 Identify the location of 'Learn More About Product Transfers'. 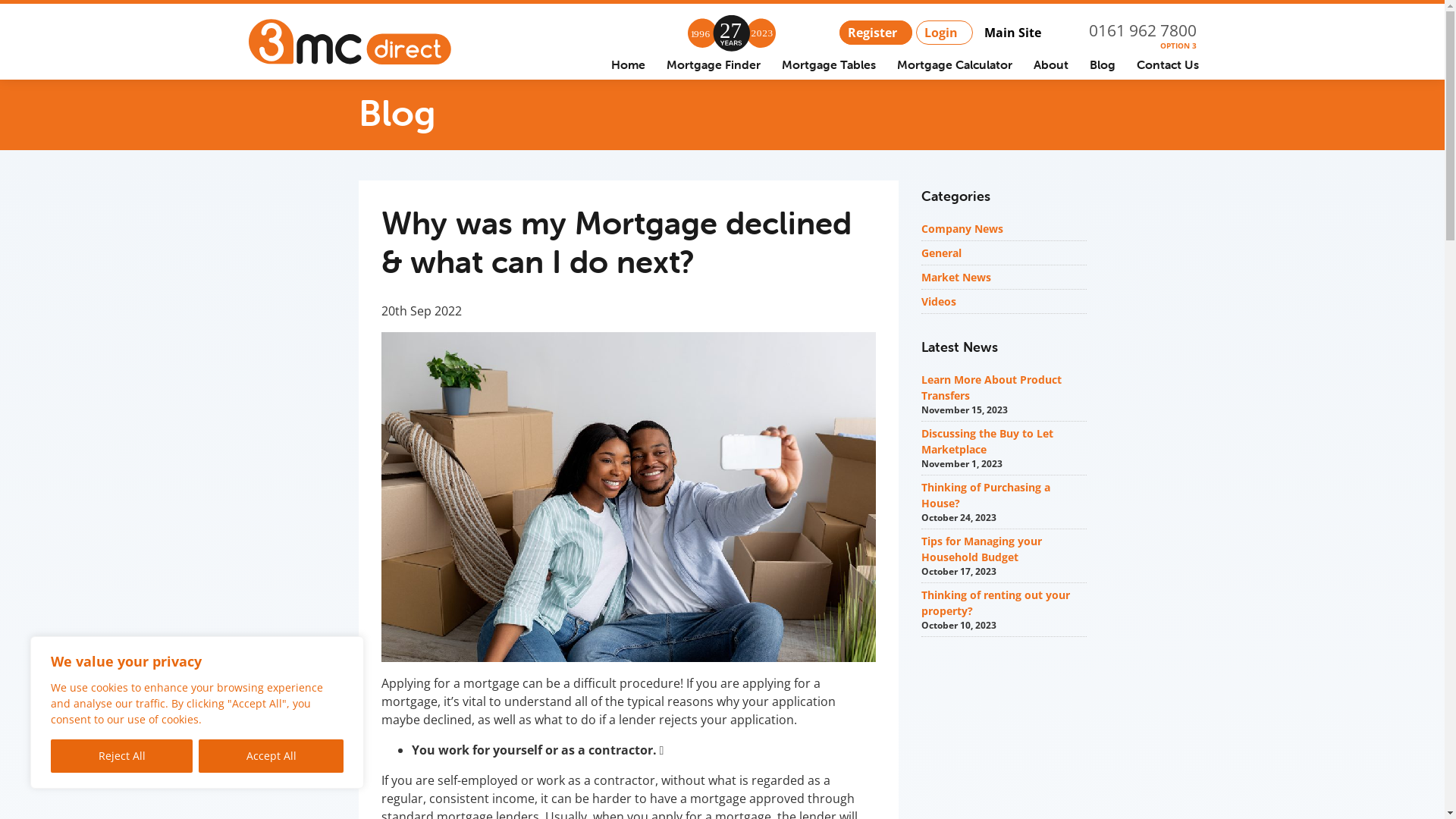
(991, 386).